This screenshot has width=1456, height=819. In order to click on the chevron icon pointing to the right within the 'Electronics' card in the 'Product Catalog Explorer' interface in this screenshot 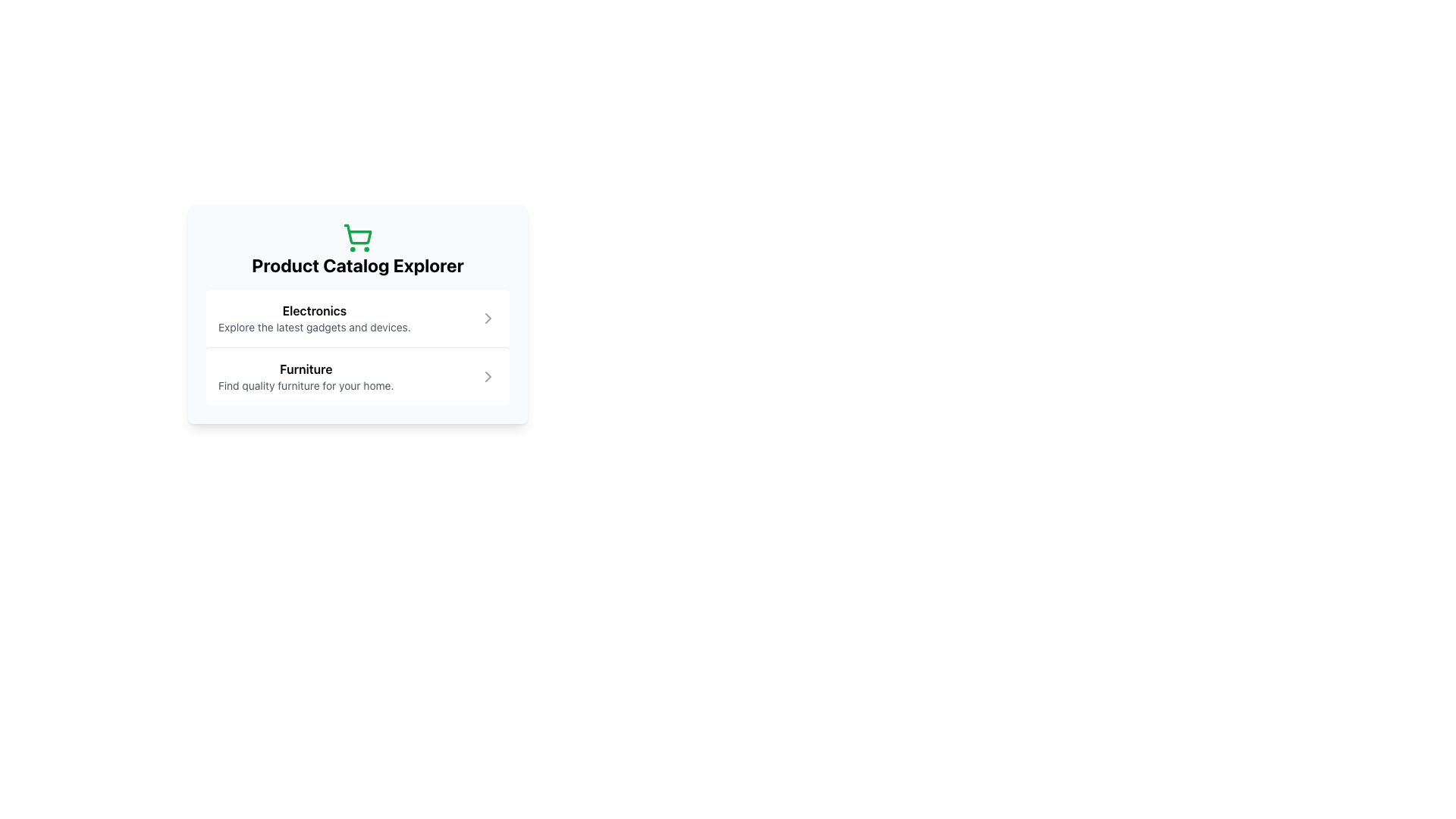, I will do `click(488, 318)`.